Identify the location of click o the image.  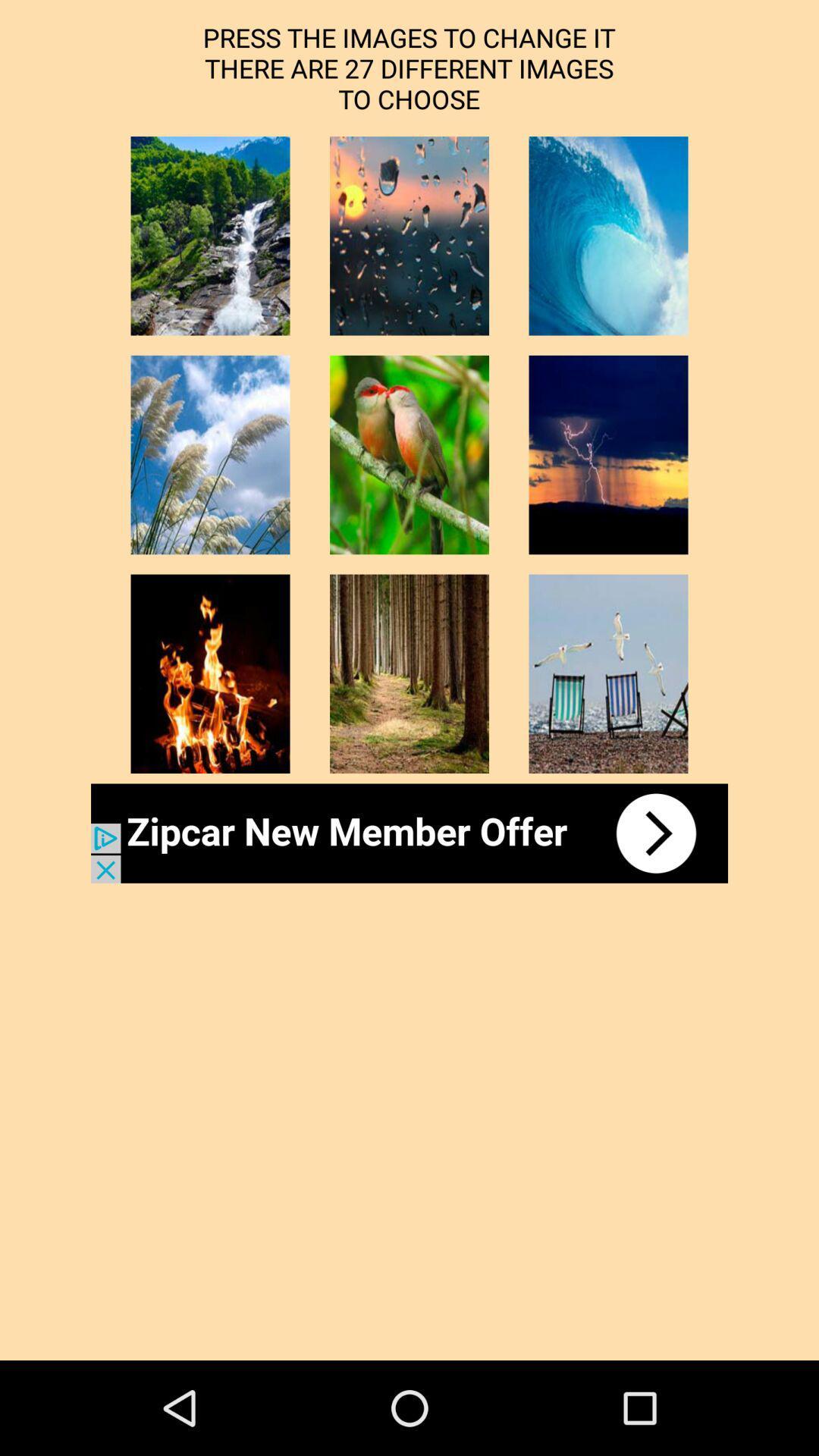
(409, 454).